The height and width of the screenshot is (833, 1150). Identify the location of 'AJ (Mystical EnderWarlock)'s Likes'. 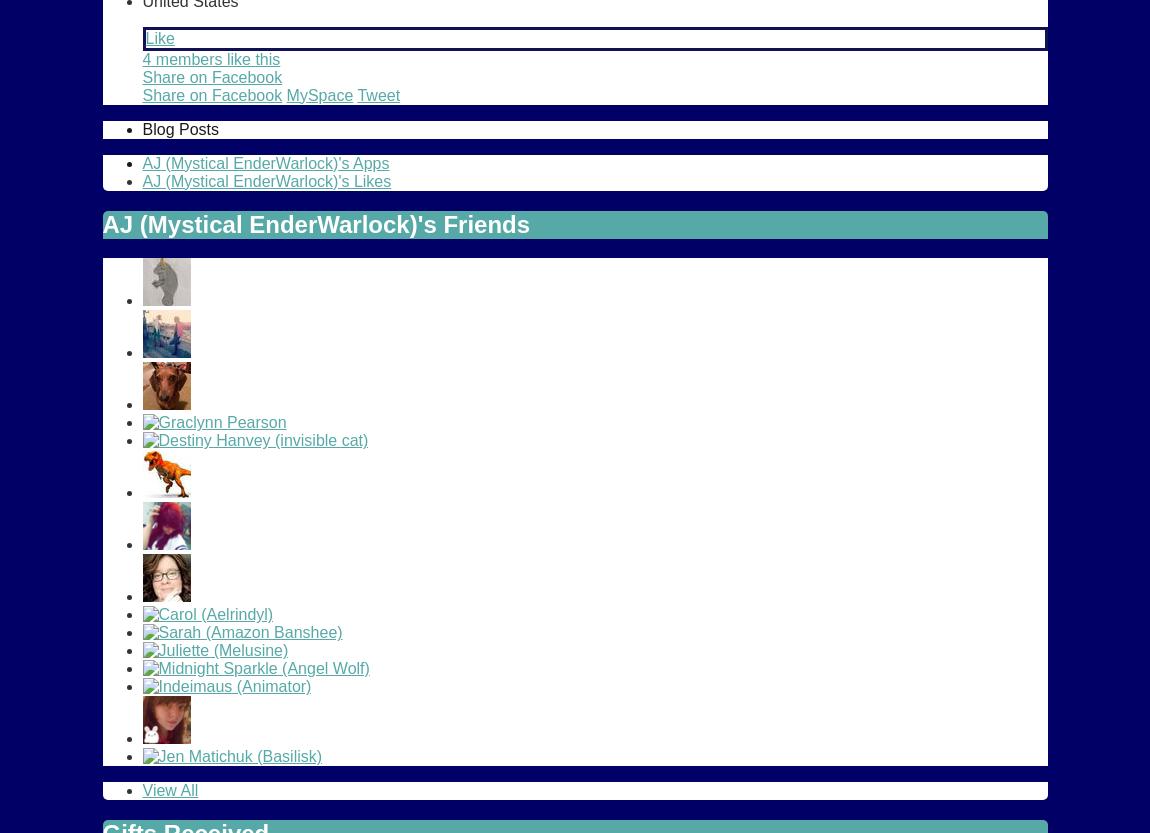
(141, 179).